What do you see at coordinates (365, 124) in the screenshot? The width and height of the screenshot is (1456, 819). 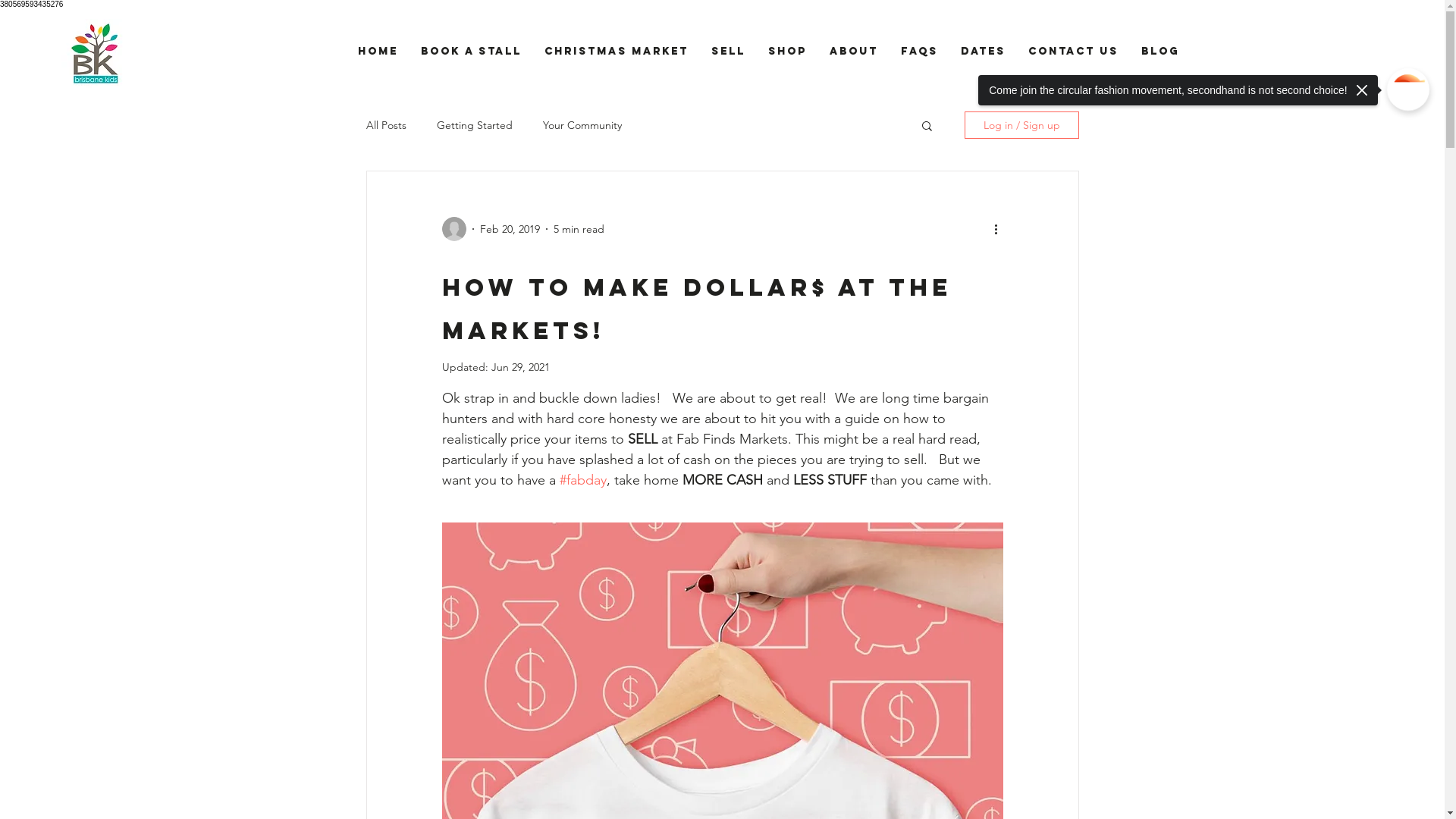 I see `'All Posts'` at bounding box center [365, 124].